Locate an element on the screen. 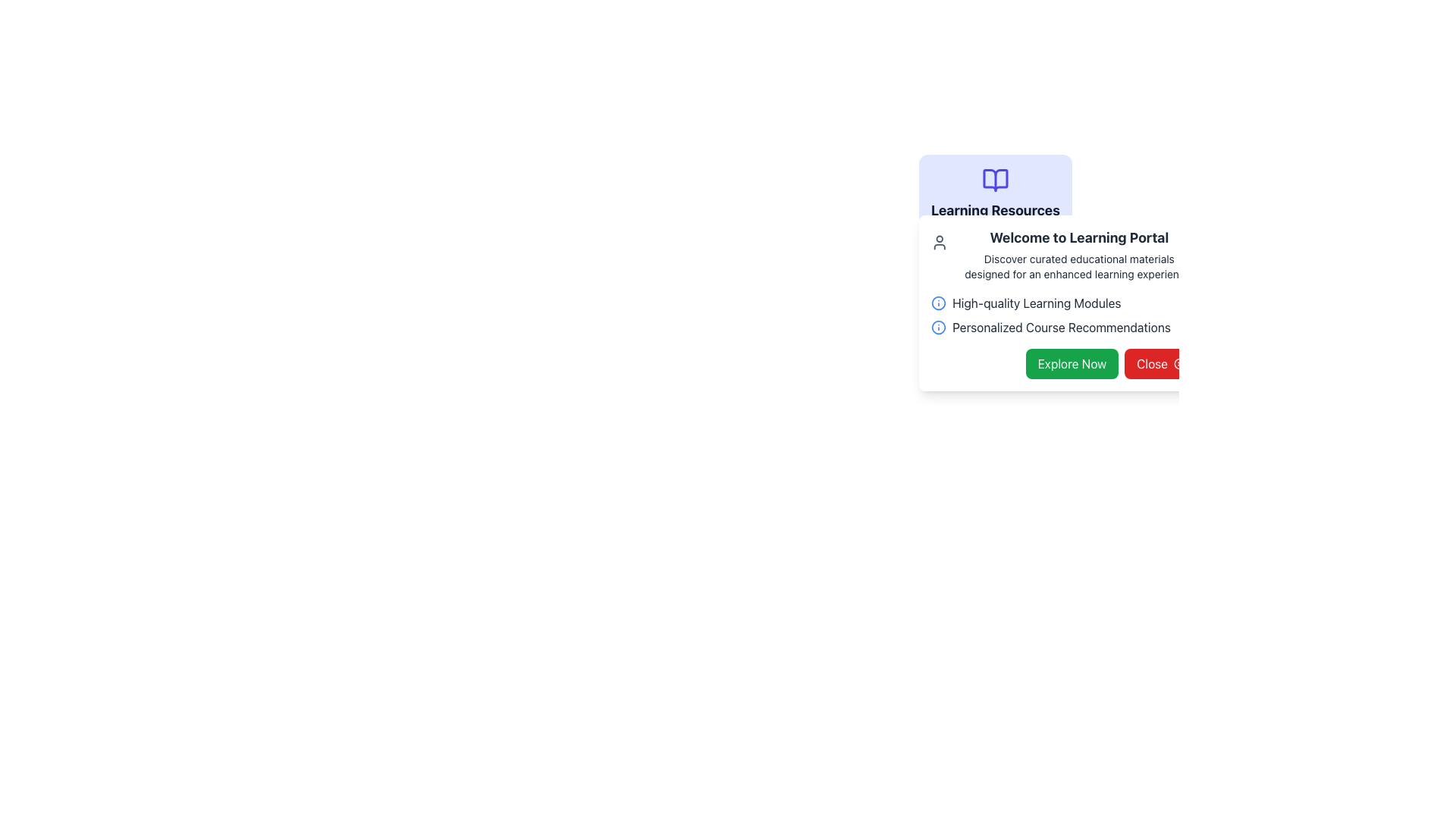  the open book icon located in the upper section of the 'Learning Resources' card, directly above the text label 'Learning Resources' is located at coordinates (995, 180).